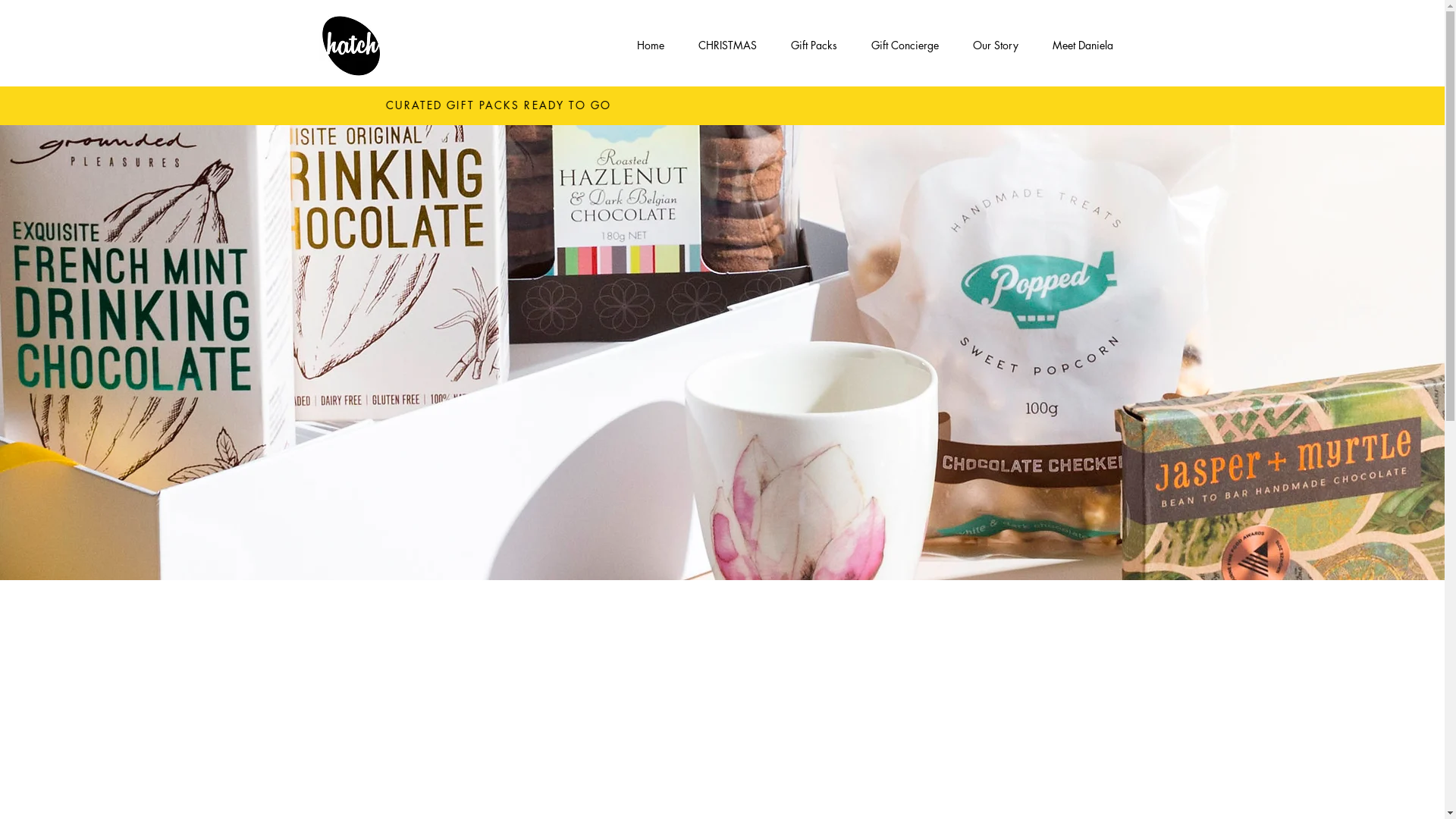  Describe the element at coordinates (679, 45) in the screenshot. I see `'CHRISTMAS'` at that location.